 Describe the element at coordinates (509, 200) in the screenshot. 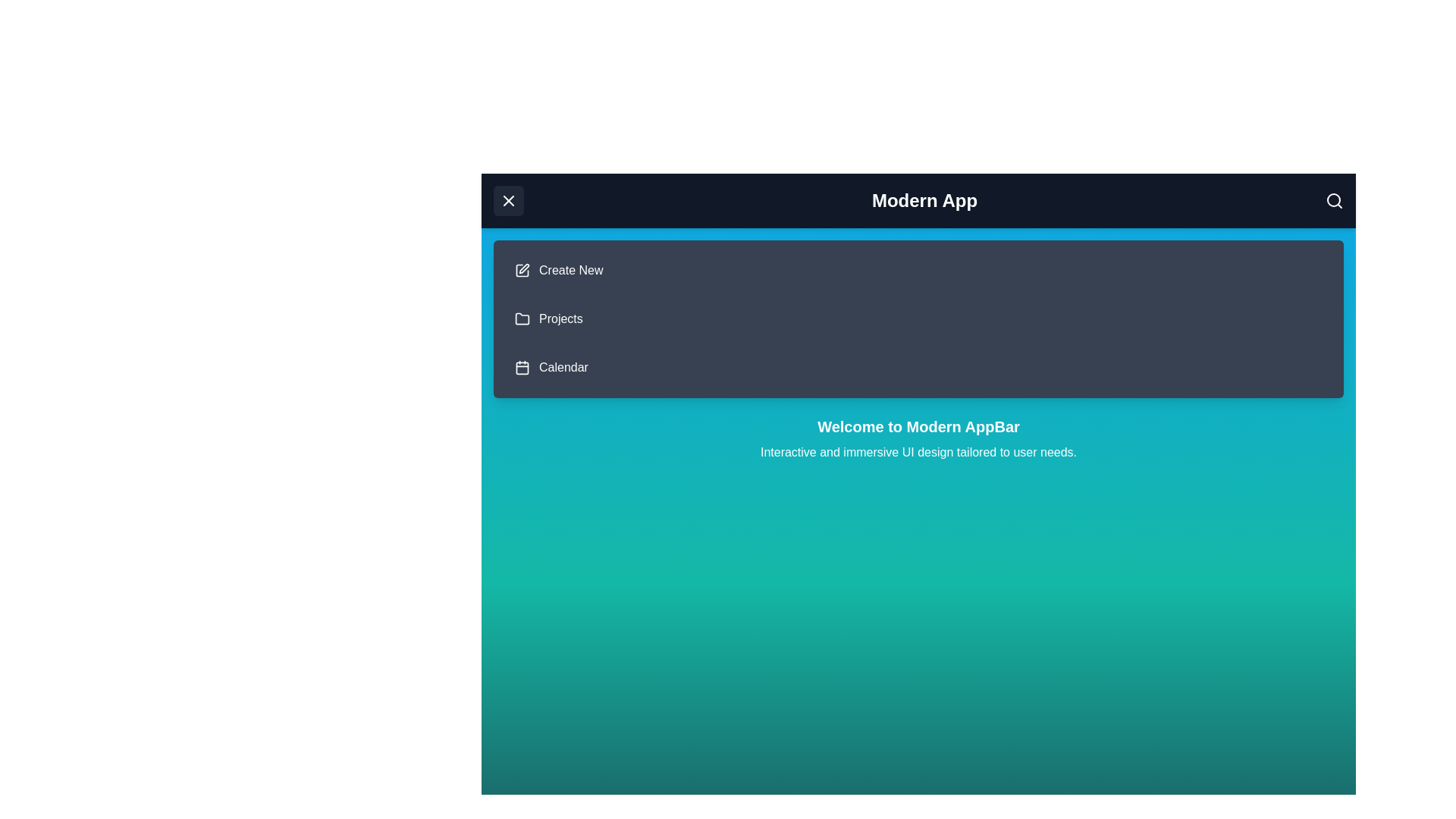

I see `toggle button in the top-left corner of the app bar to toggle the menu visibility` at that location.